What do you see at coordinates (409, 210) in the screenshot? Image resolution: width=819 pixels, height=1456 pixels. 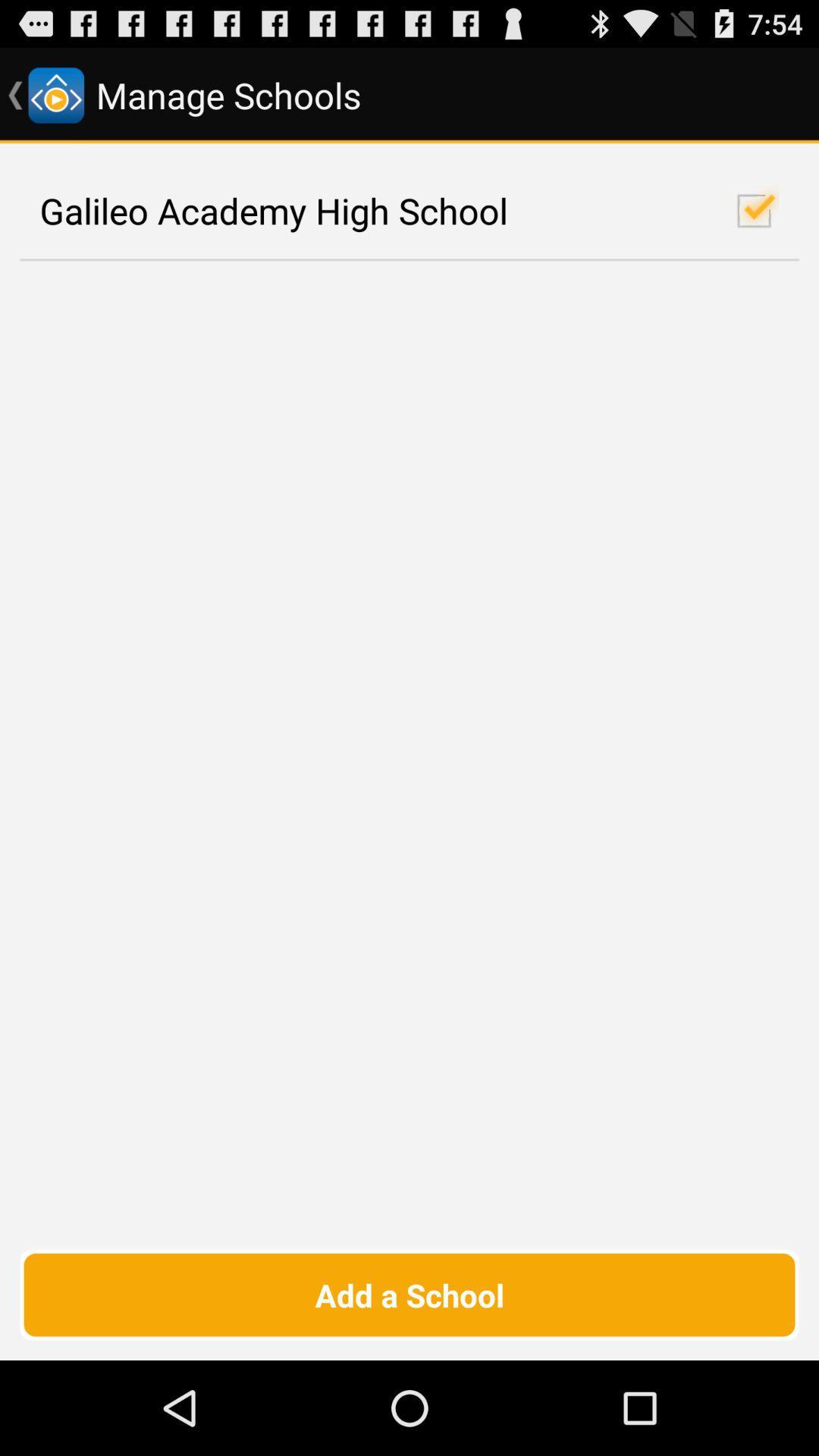 I see `galileo academy high checkbox` at bounding box center [409, 210].